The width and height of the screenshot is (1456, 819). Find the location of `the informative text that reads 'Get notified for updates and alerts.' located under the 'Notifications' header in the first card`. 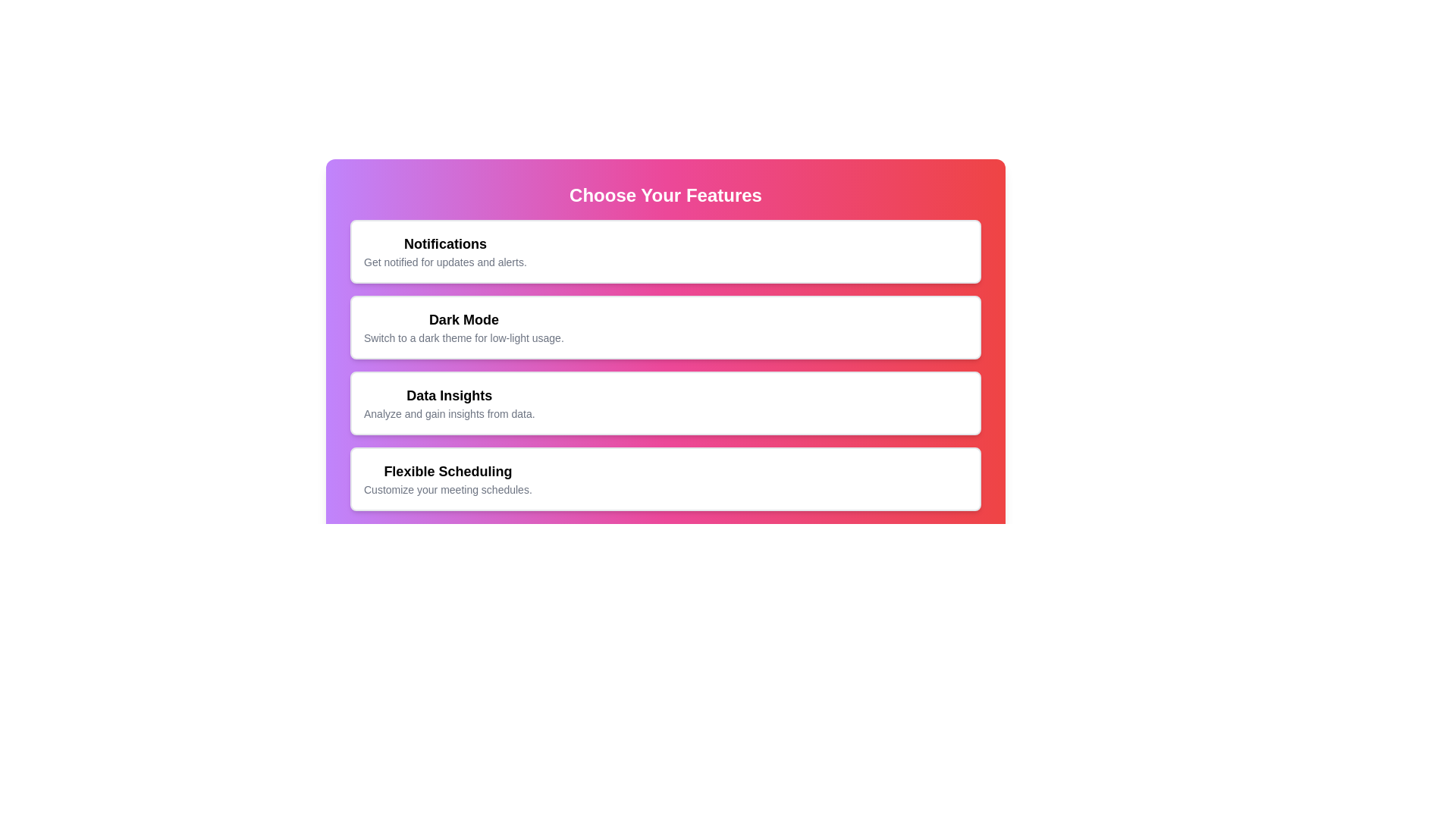

the informative text that reads 'Get notified for updates and alerts.' located under the 'Notifications' header in the first card is located at coordinates (444, 262).